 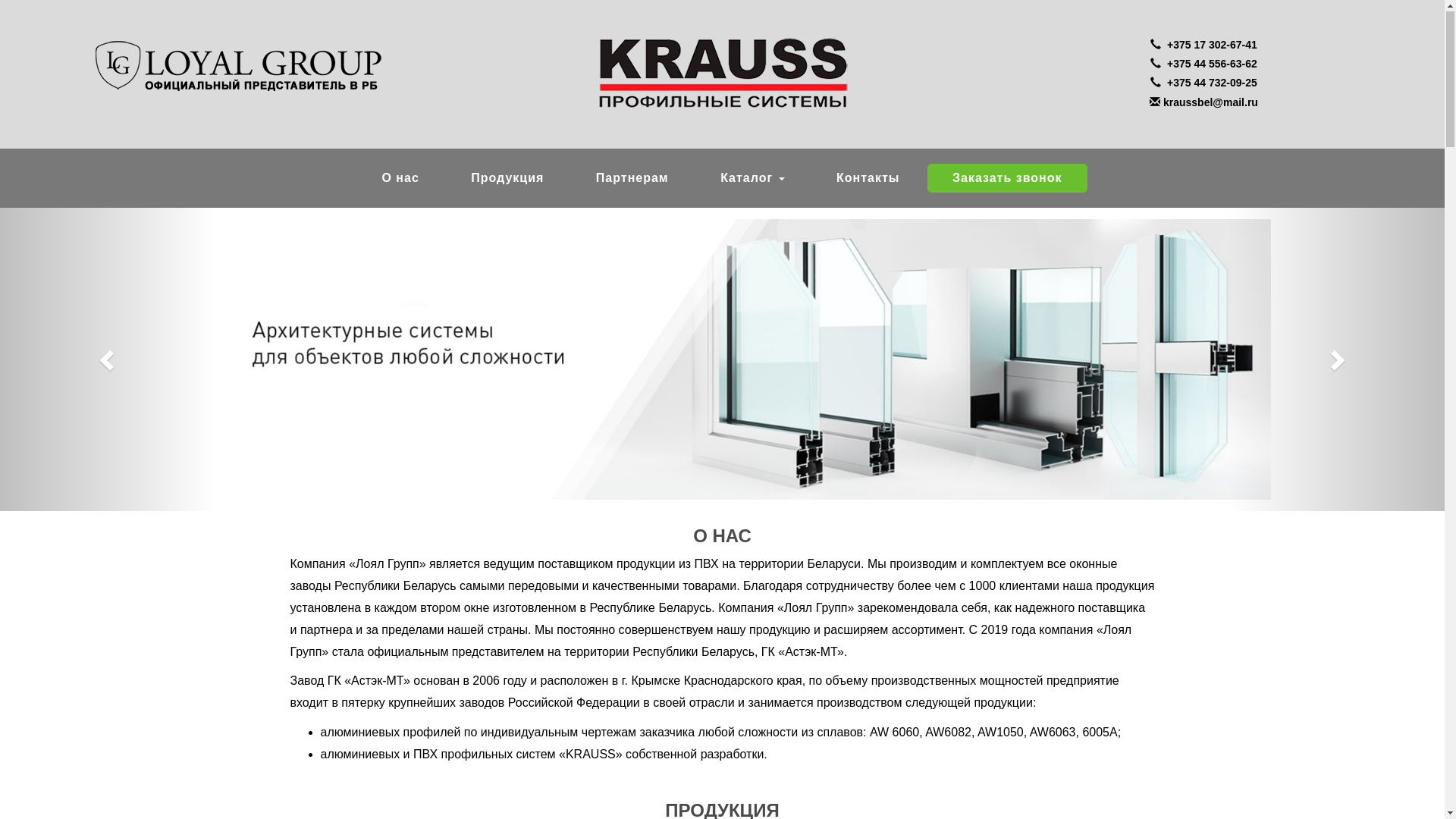 I want to click on '  +375 44 732-09-25', so click(x=1203, y=83).